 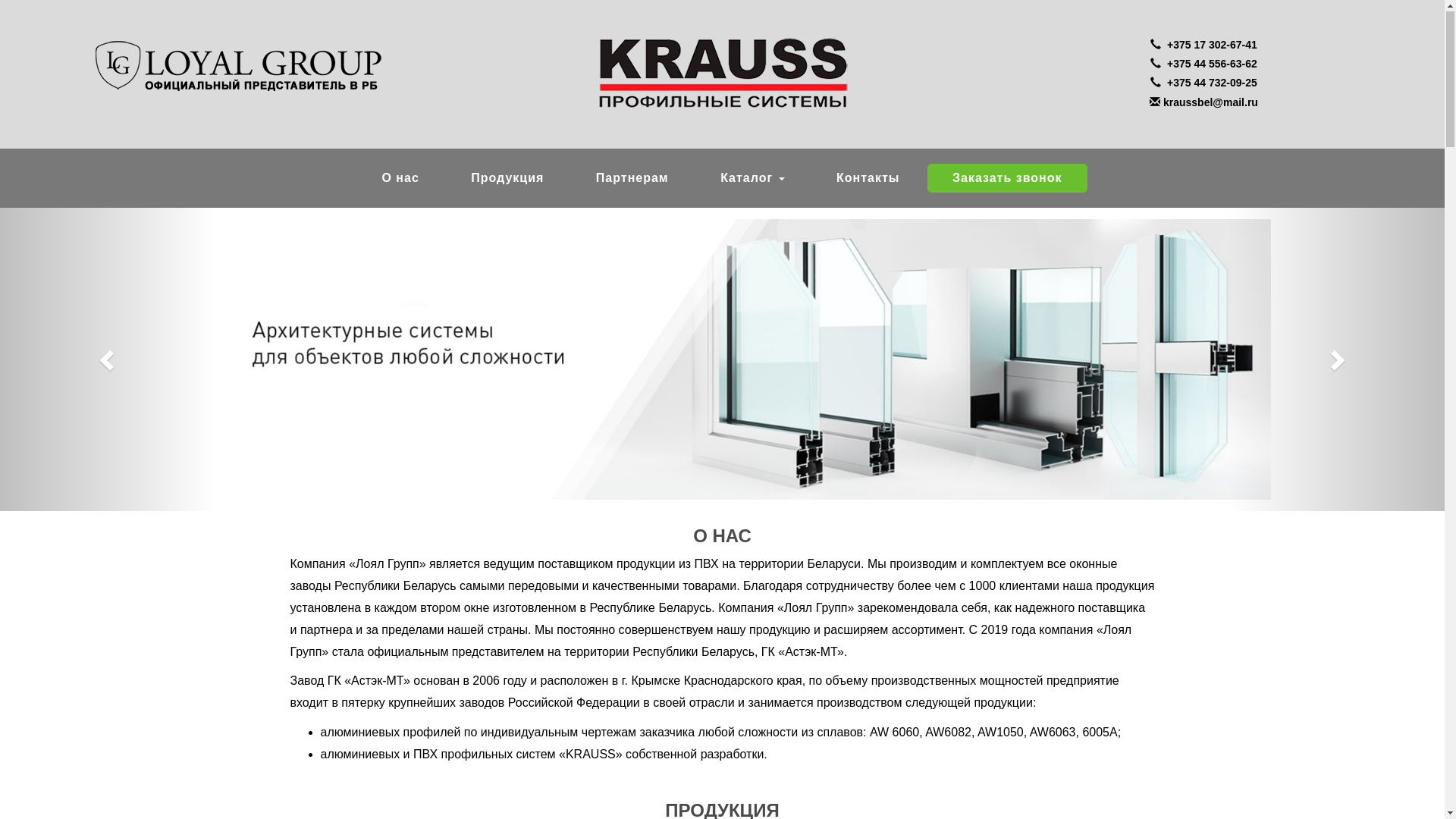 I want to click on '  +375 44 732-09-25', so click(x=1203, y=83).